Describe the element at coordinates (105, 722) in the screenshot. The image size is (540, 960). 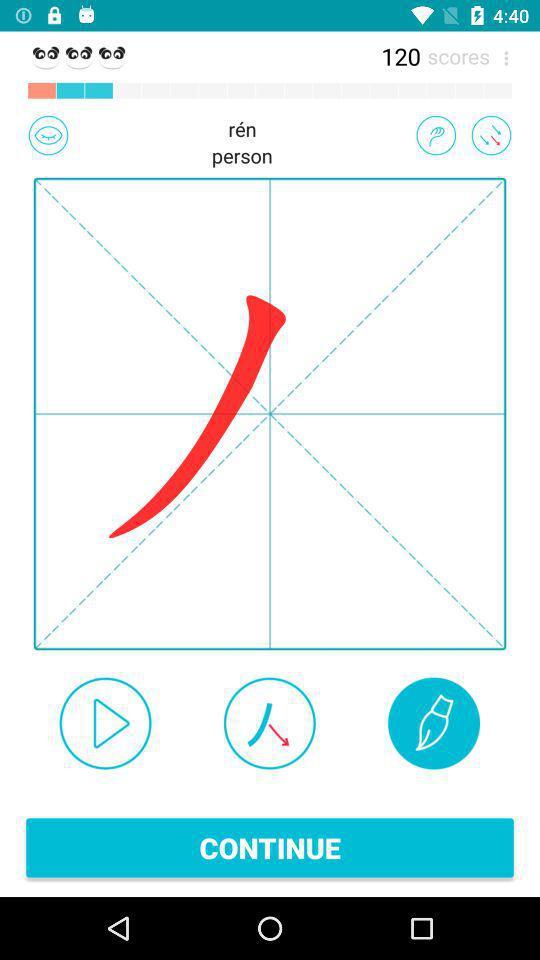
I see `the icon at the bottom left corner` at that location.